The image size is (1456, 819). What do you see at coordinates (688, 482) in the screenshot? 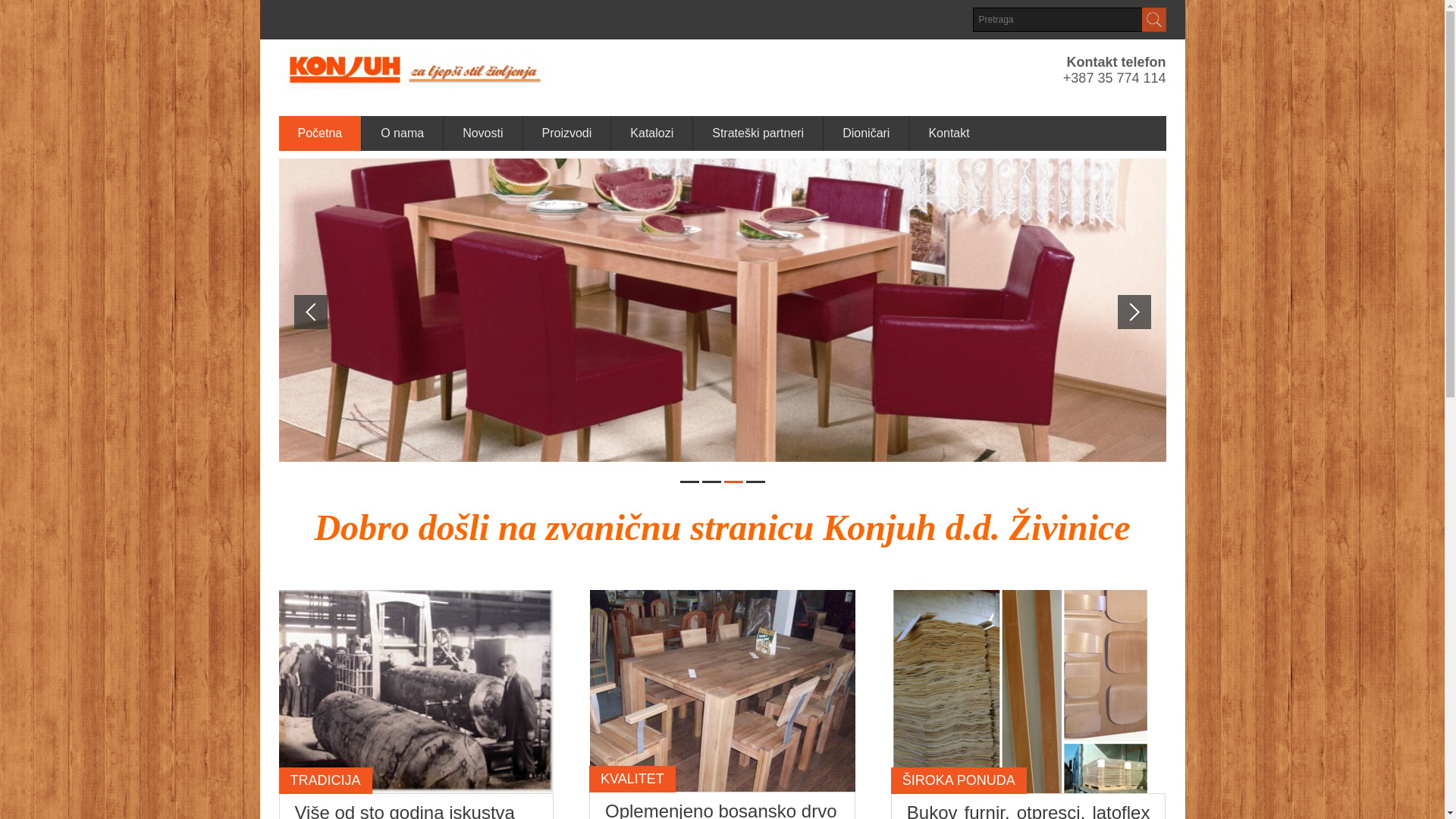
I see `'1'` at bounding box center [688, 482].